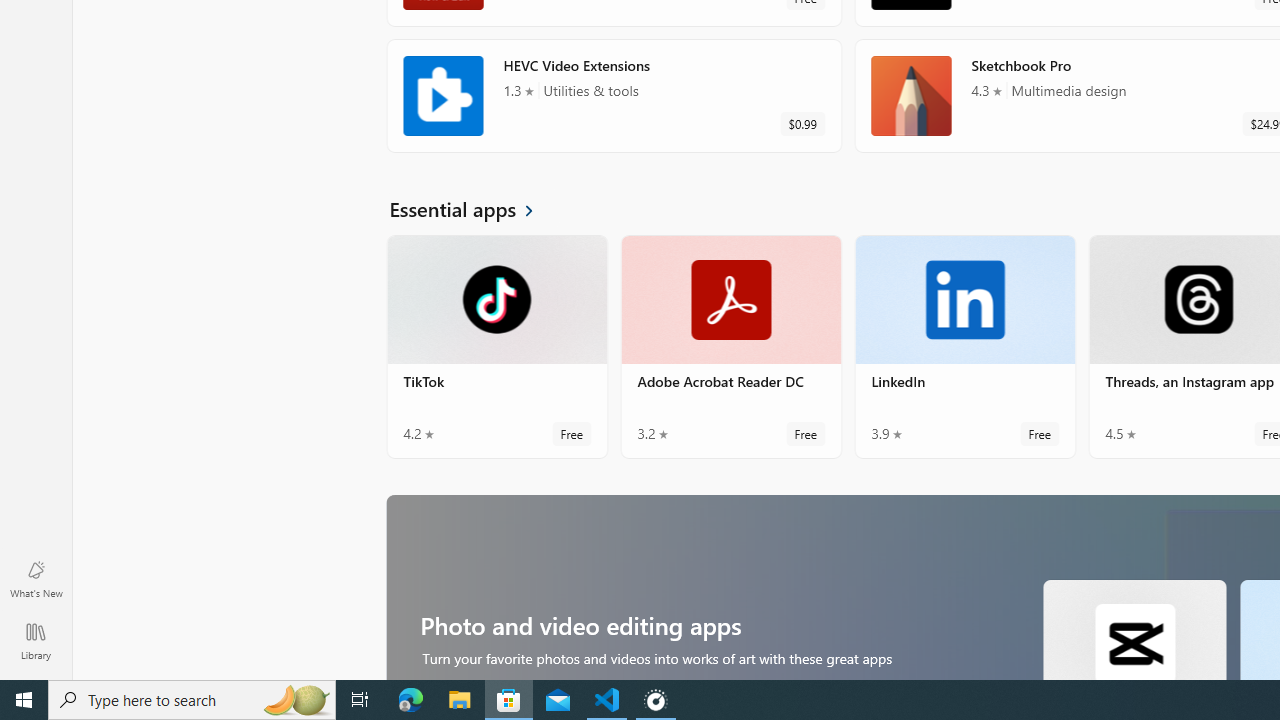 The height and width of the screenshot is (720, 1280). What do you see at coordinates (472, 208) in the screenshot?
I see `'See all  Essential apps'` at bounding box center [472, 208].